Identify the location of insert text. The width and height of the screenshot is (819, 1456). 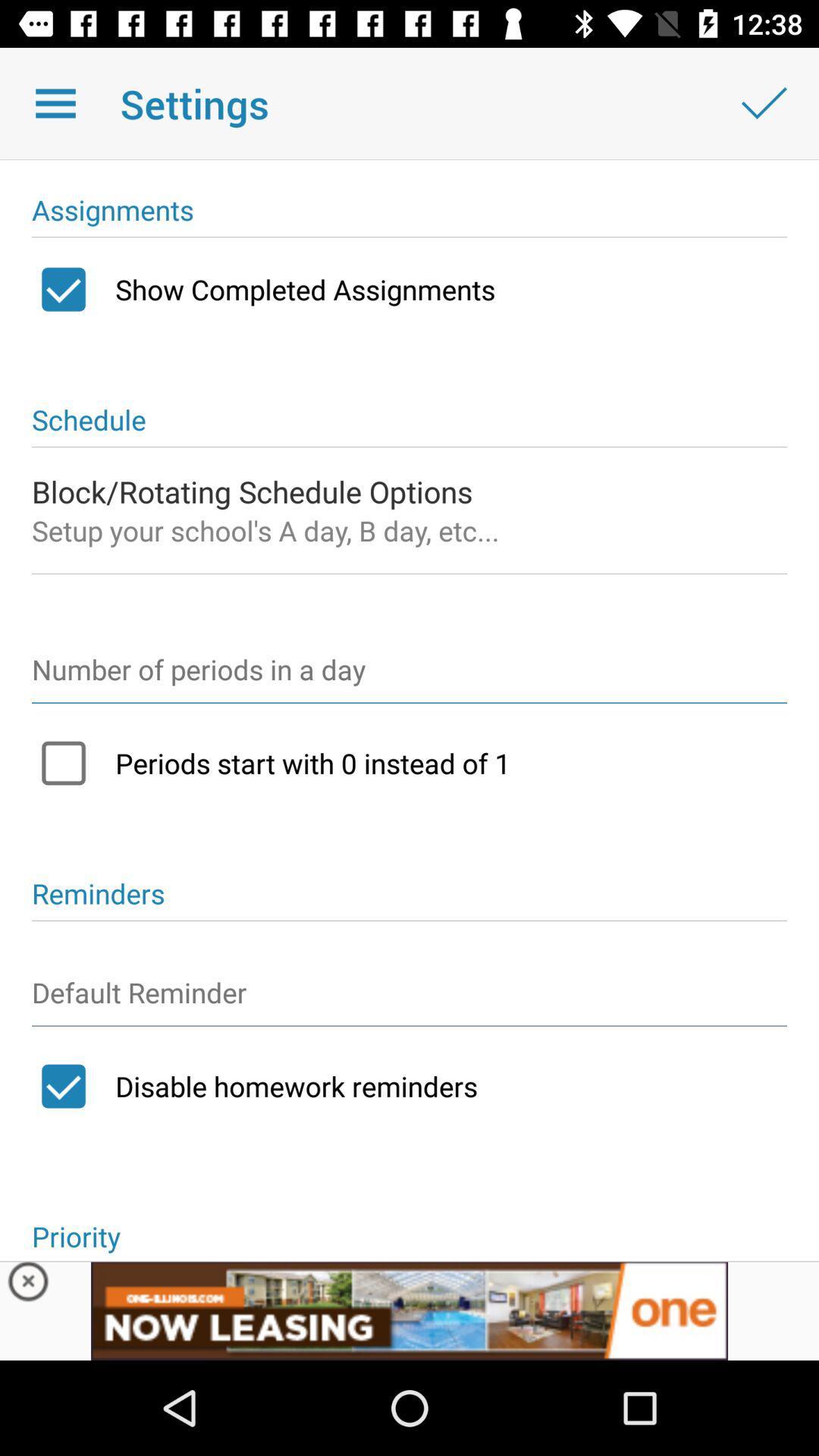
(409, 999).